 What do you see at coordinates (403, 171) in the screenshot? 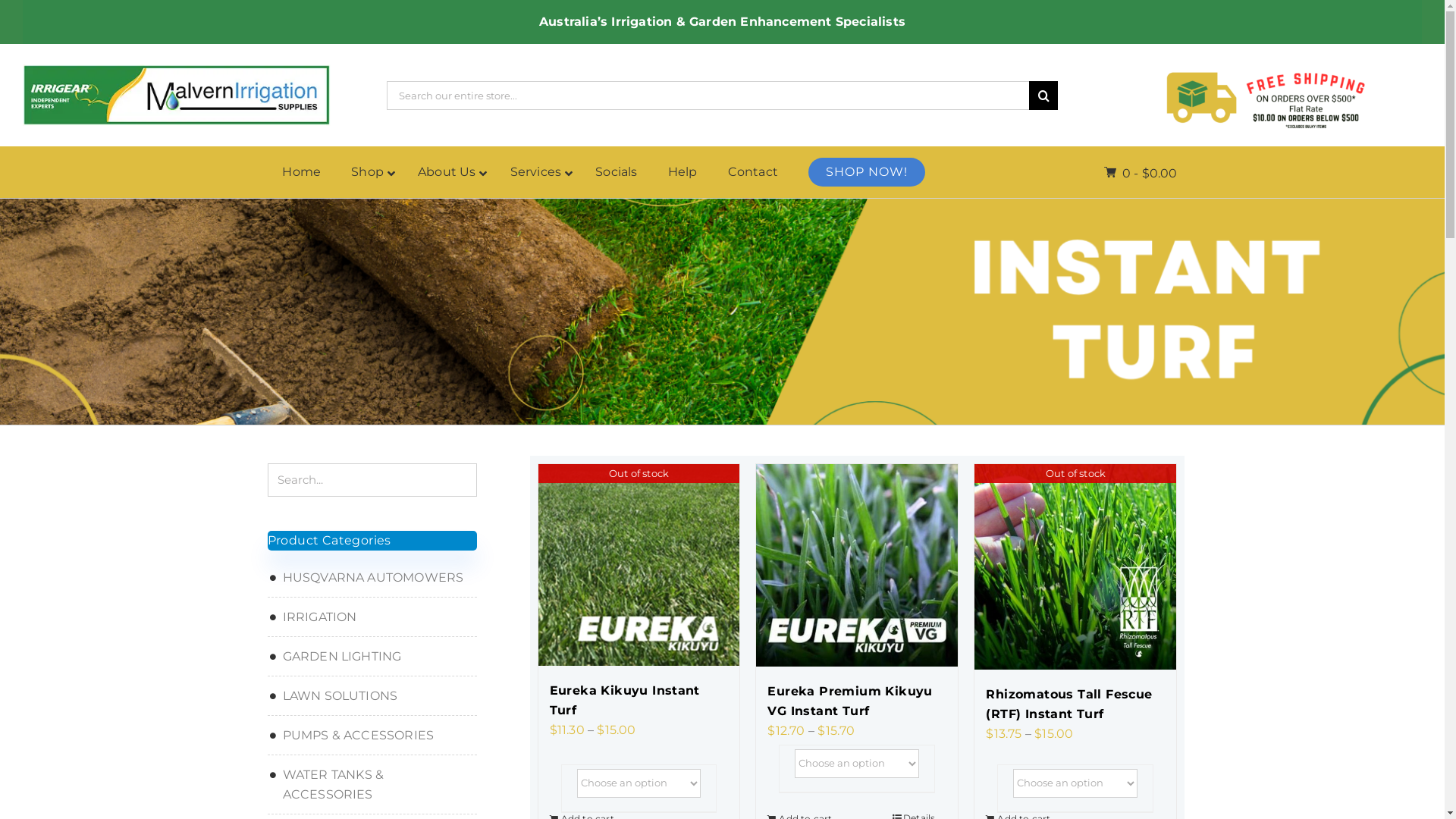
I see `'About Us'` at bounding box center [403, 171].